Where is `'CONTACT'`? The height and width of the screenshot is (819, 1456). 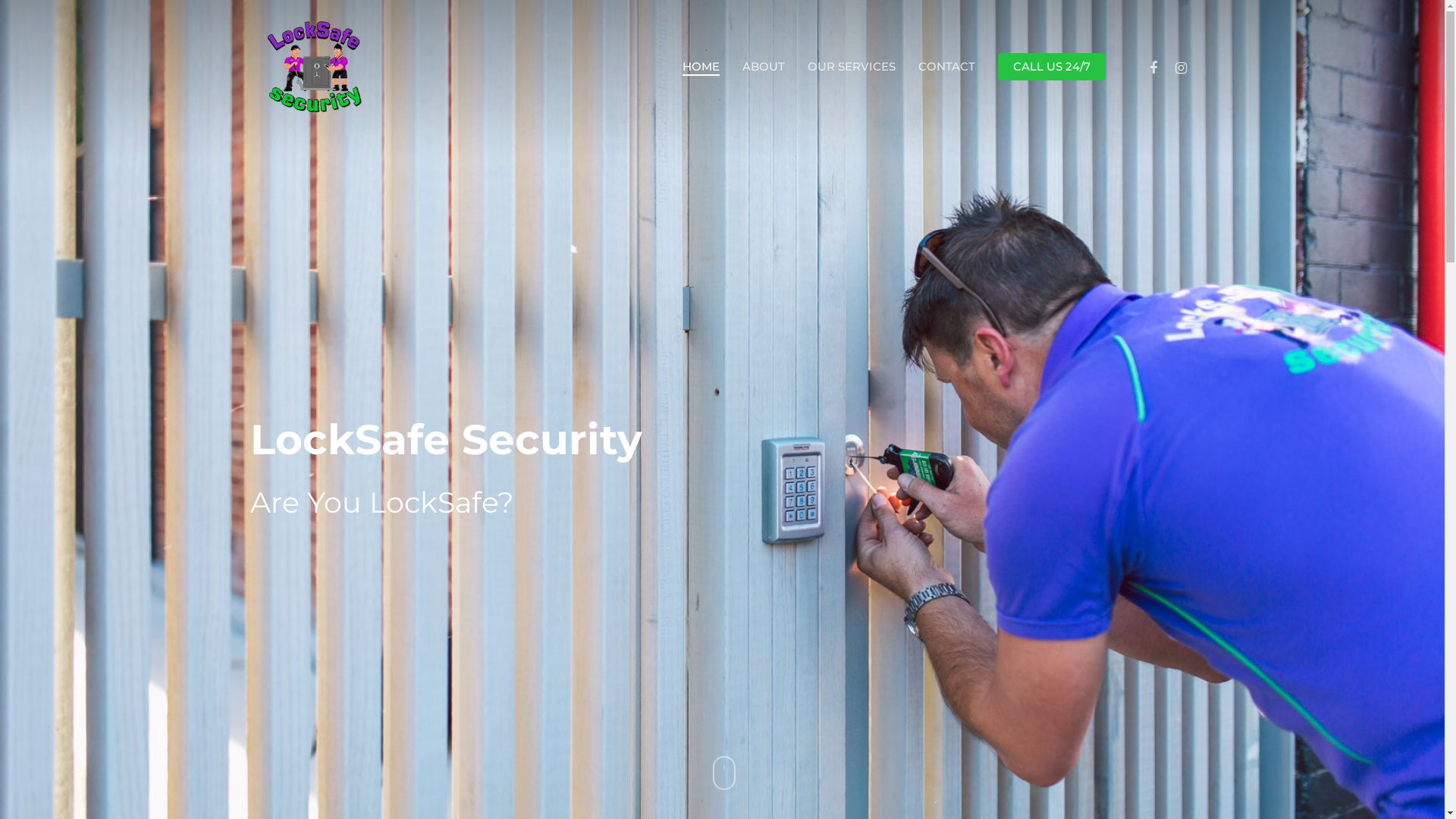 'CONTACT' is located at coordinates (946, 66).